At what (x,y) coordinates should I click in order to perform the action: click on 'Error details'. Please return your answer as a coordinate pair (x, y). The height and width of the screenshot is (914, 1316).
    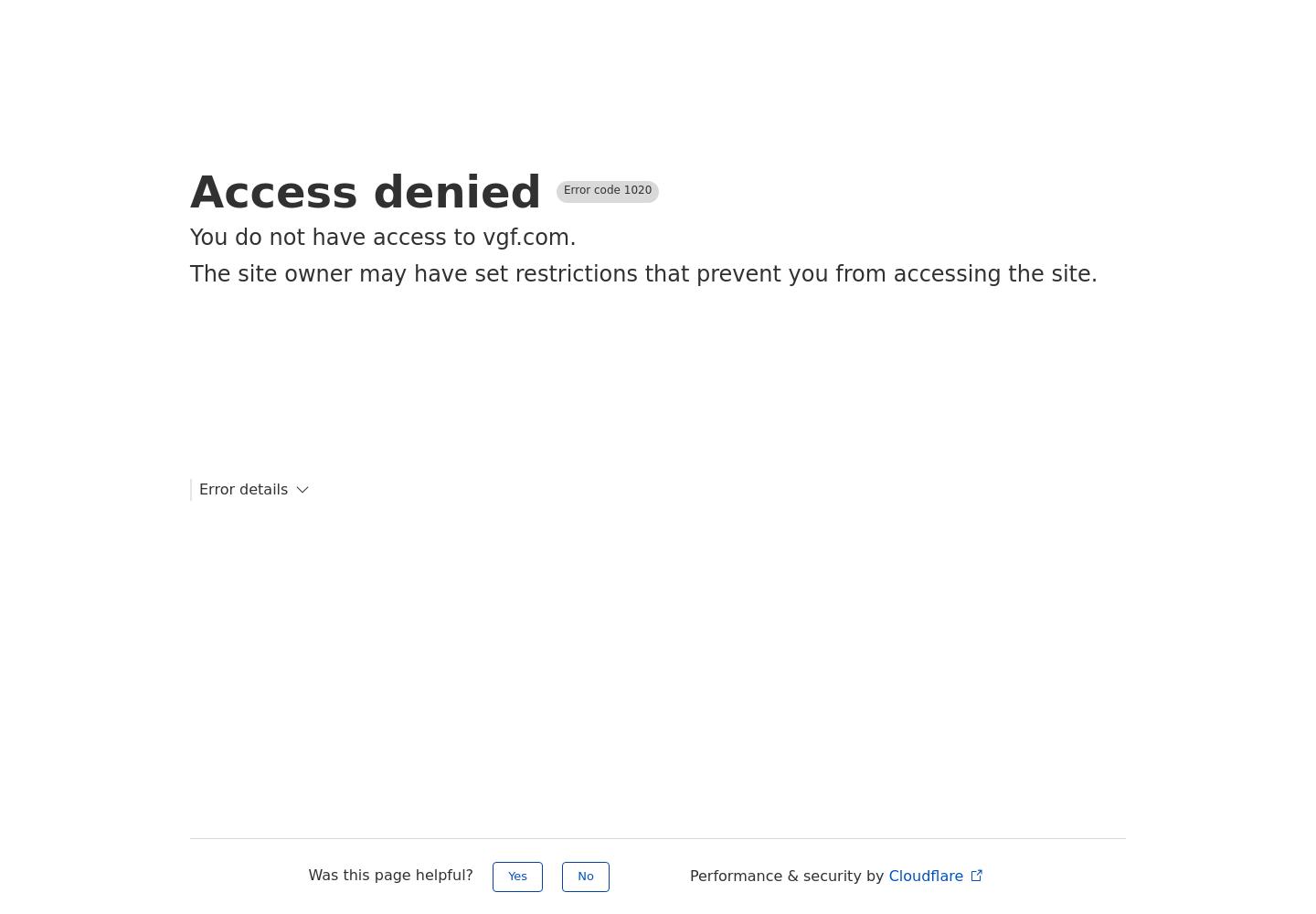
    Looking at the image, I should click on (242, 489).